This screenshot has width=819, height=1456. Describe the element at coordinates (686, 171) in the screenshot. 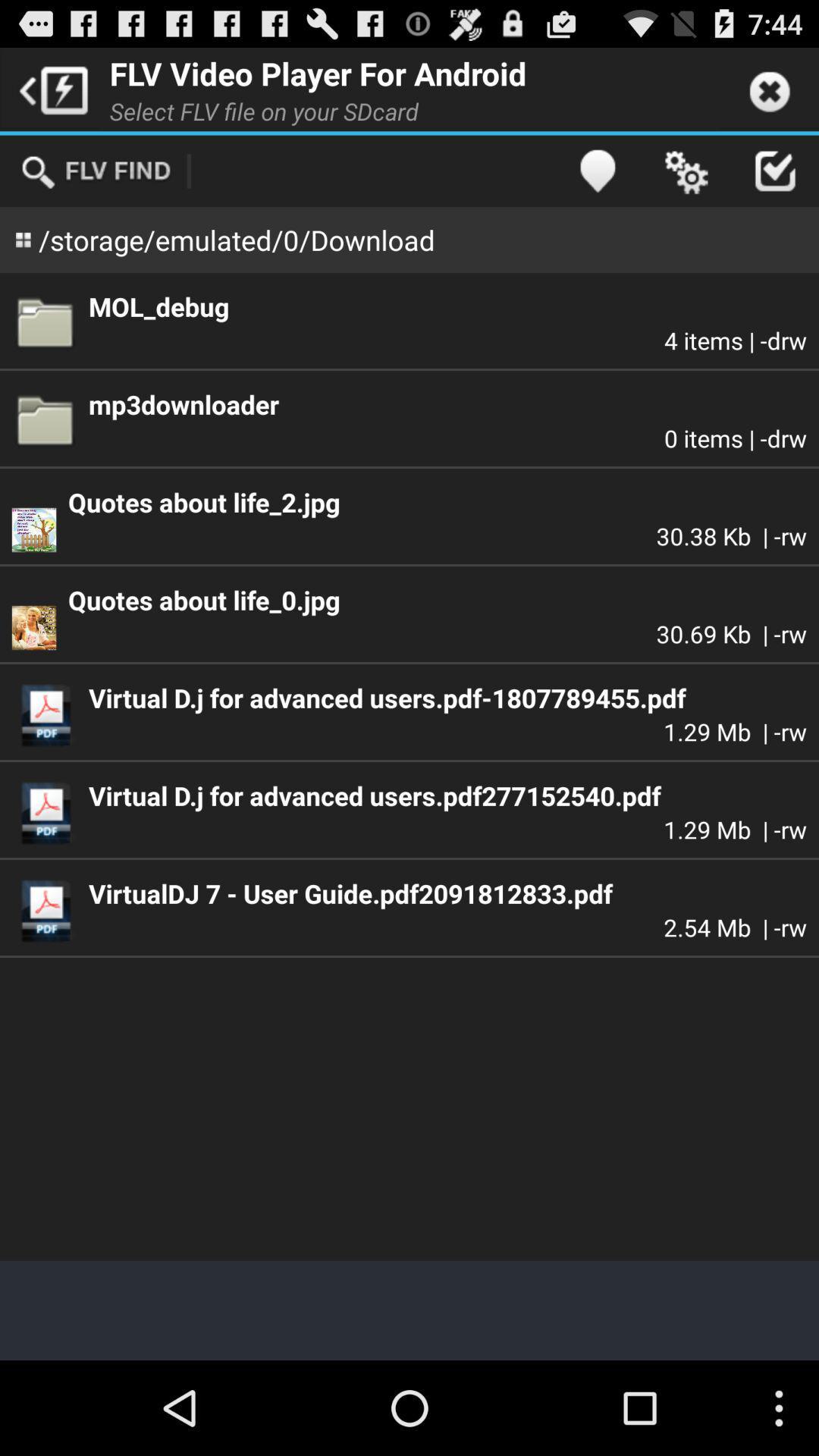

I see `icon above mol_debug app` at that location.